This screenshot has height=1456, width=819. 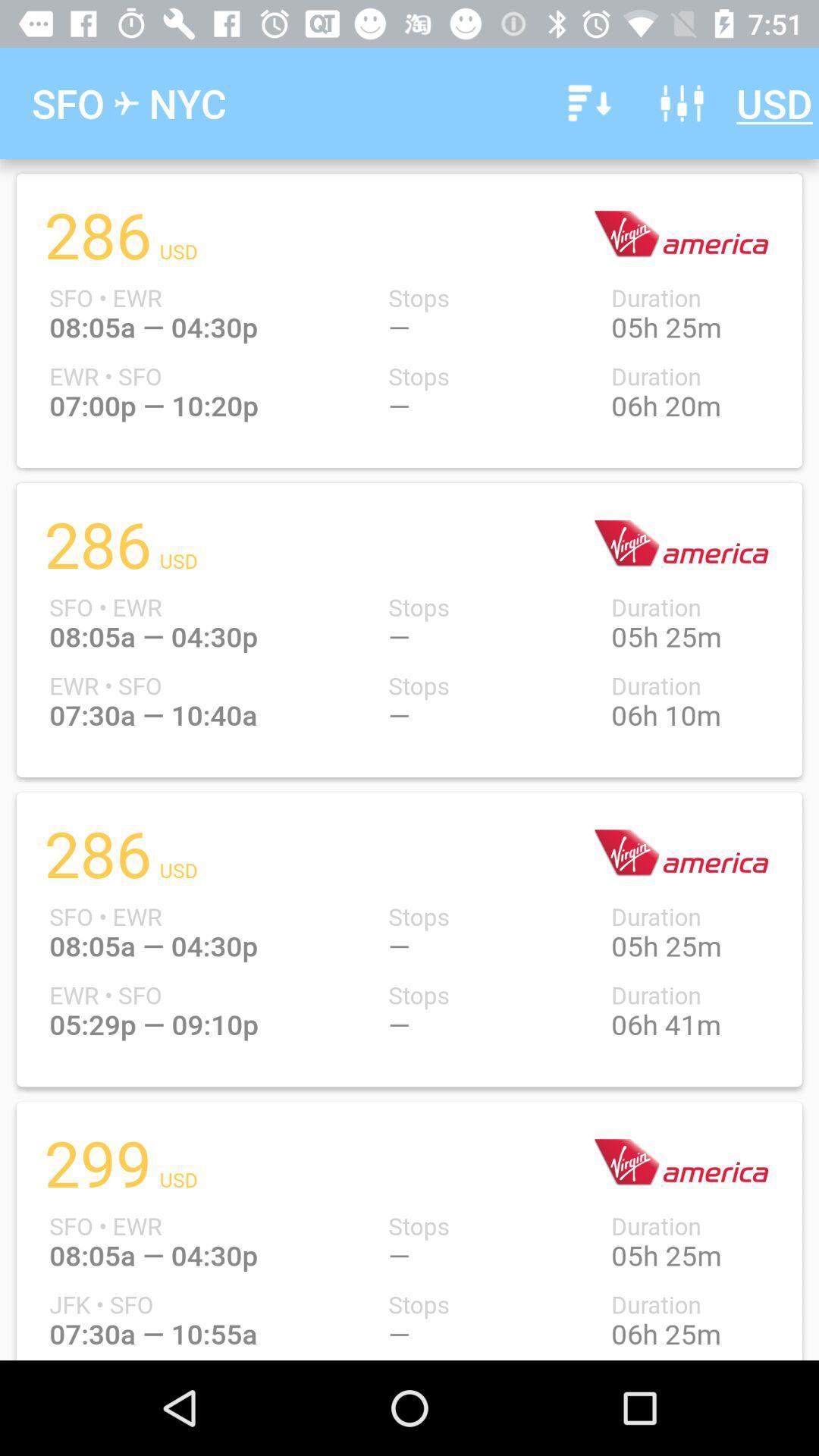 I want to click on item to the left of usd icon, so click(x=681, y=102).